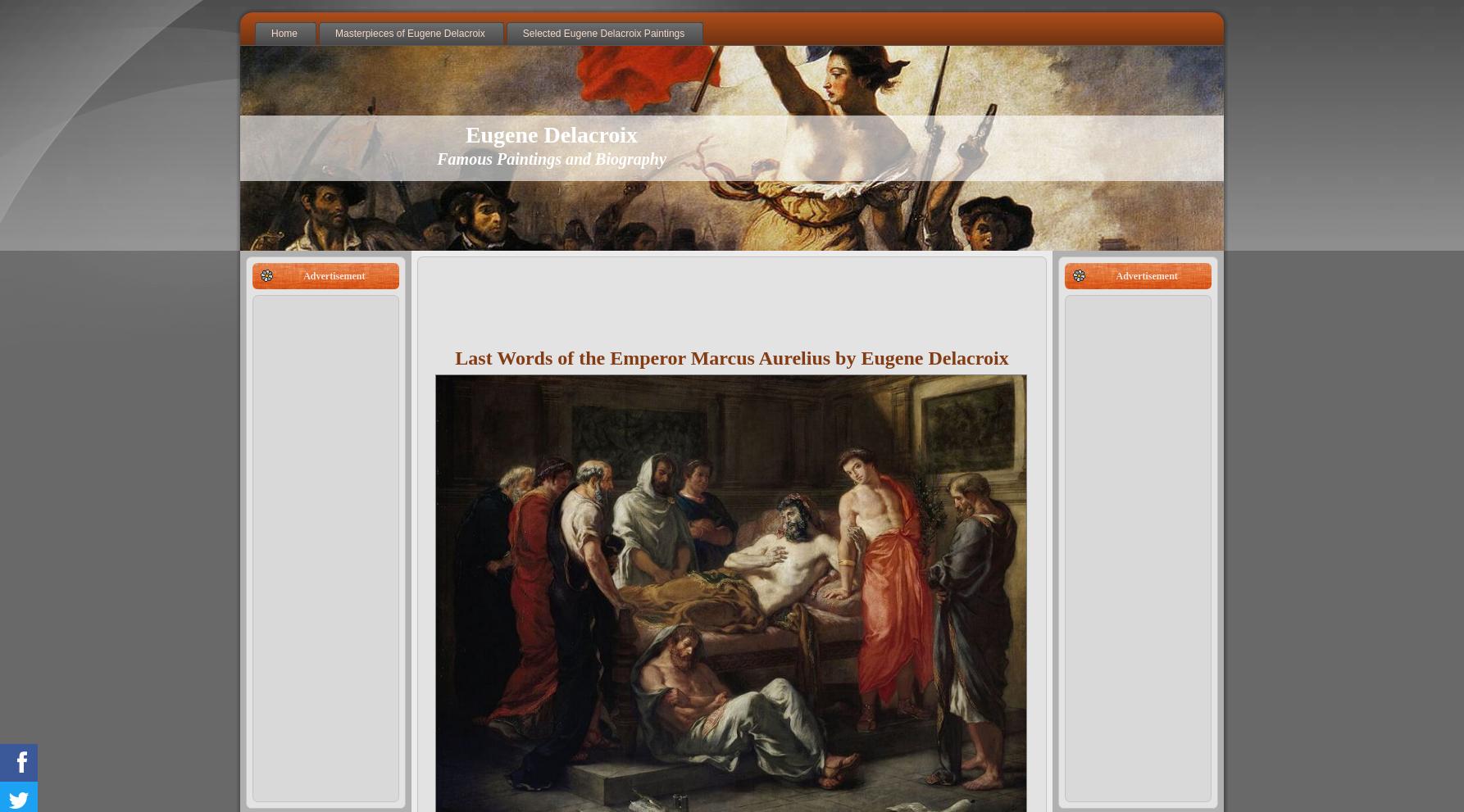  I want to click on 'Last Words of the Emperor Marcus Aurelius by Eugene Delacroix', so click(730, 357).